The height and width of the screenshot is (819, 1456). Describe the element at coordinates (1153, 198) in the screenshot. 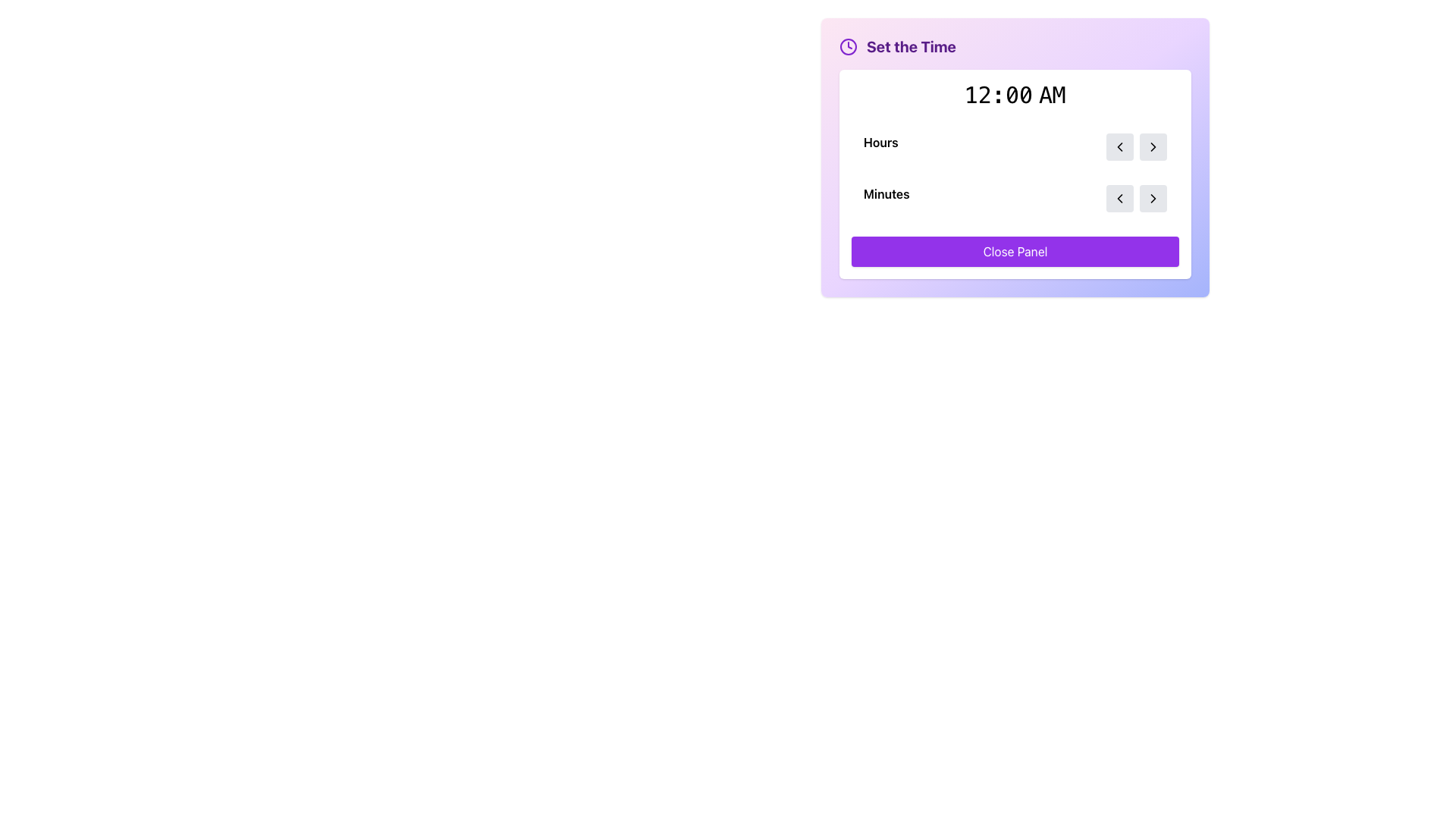

I see `the gray rectangular button with rounded edges and a right-pointing chevron in the bottom-right corner of the 'Minutes' section to trigger the hover effect` at that location.